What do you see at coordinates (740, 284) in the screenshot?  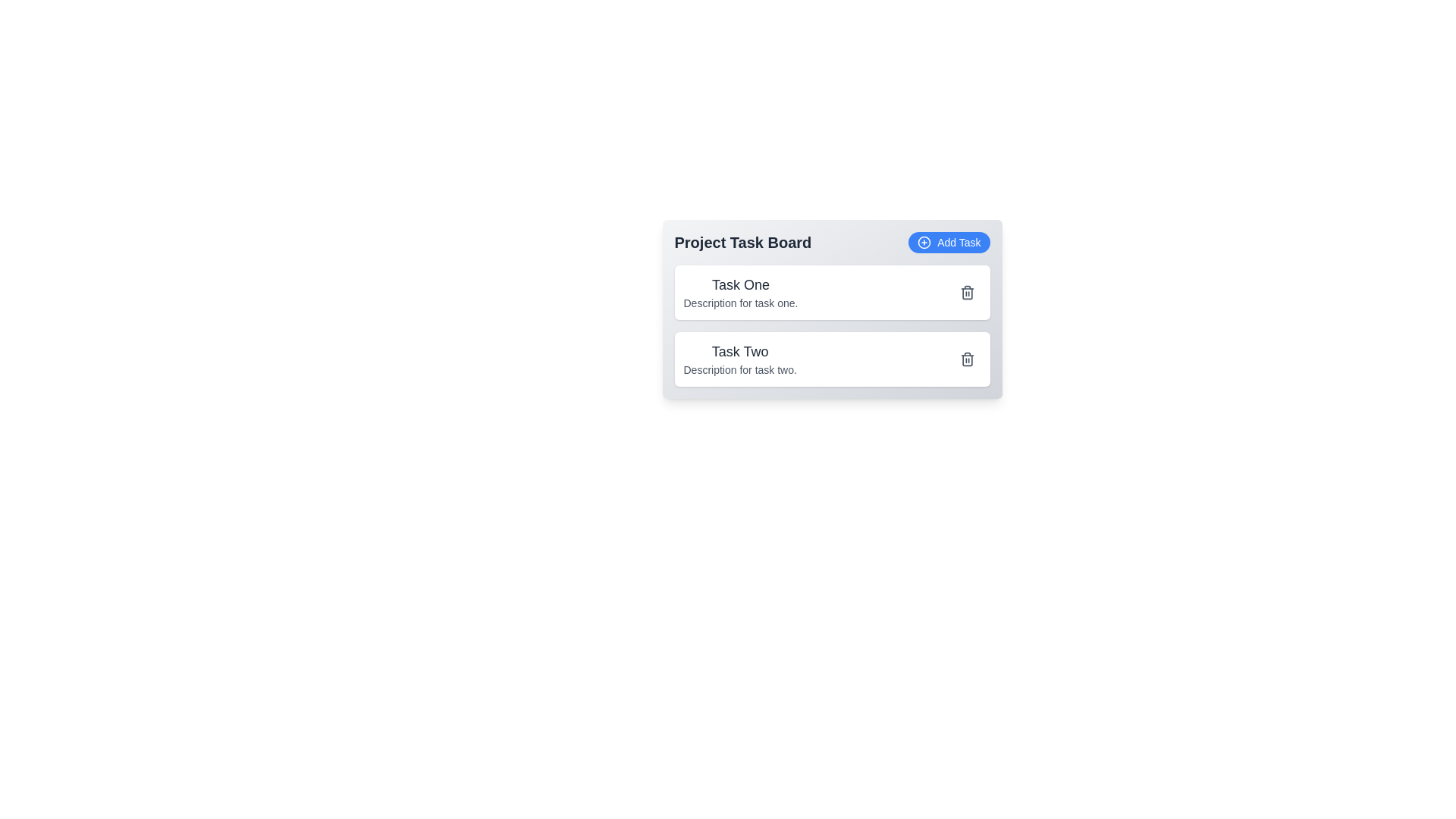 I see `text of the Text Label located at the upper portion of the first list item in the vertical list of tasks` at bounding box center [740, 284].